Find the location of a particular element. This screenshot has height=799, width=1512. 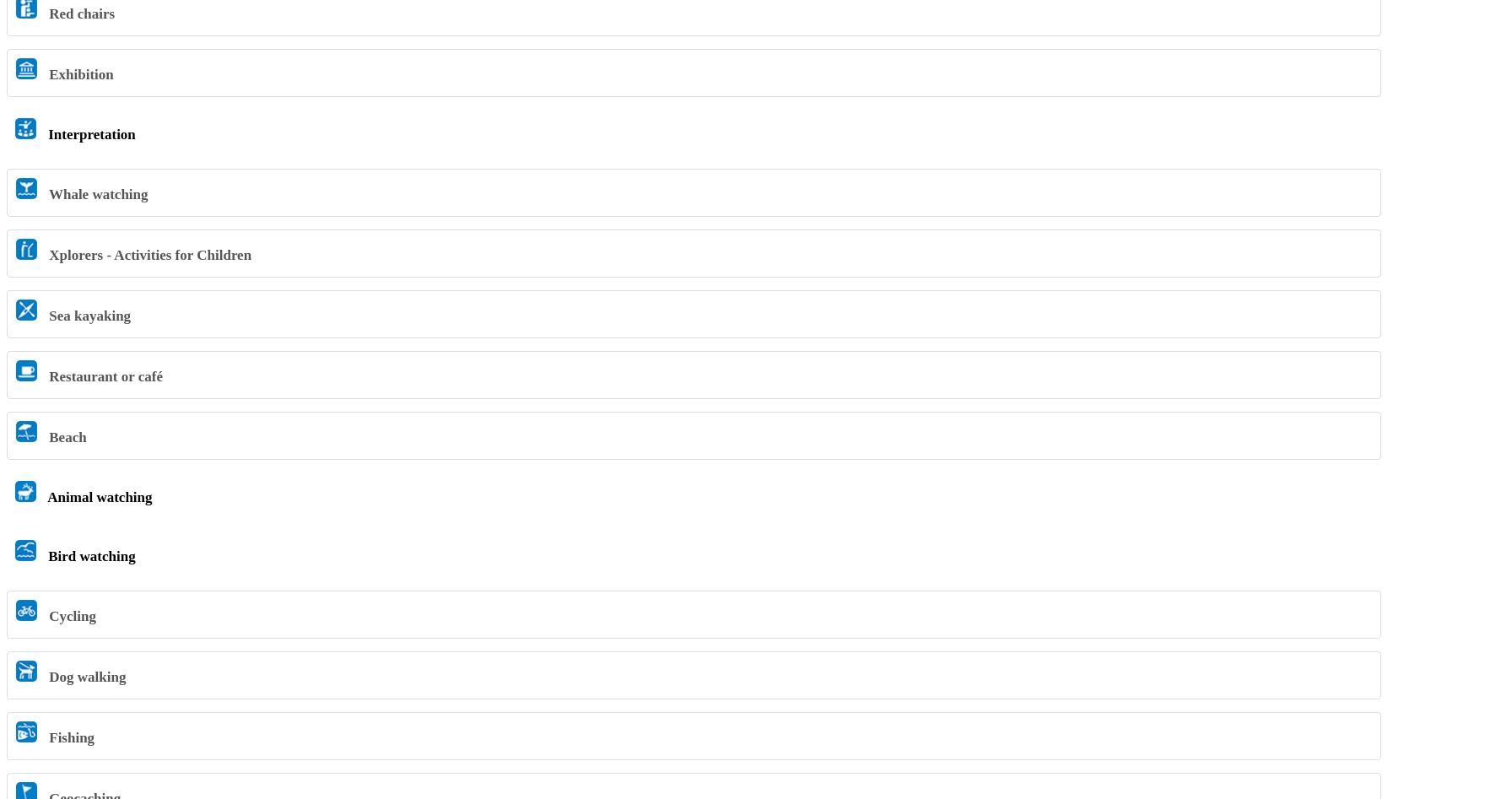

'Restaurant or café' is located at coordinates (102, 375).